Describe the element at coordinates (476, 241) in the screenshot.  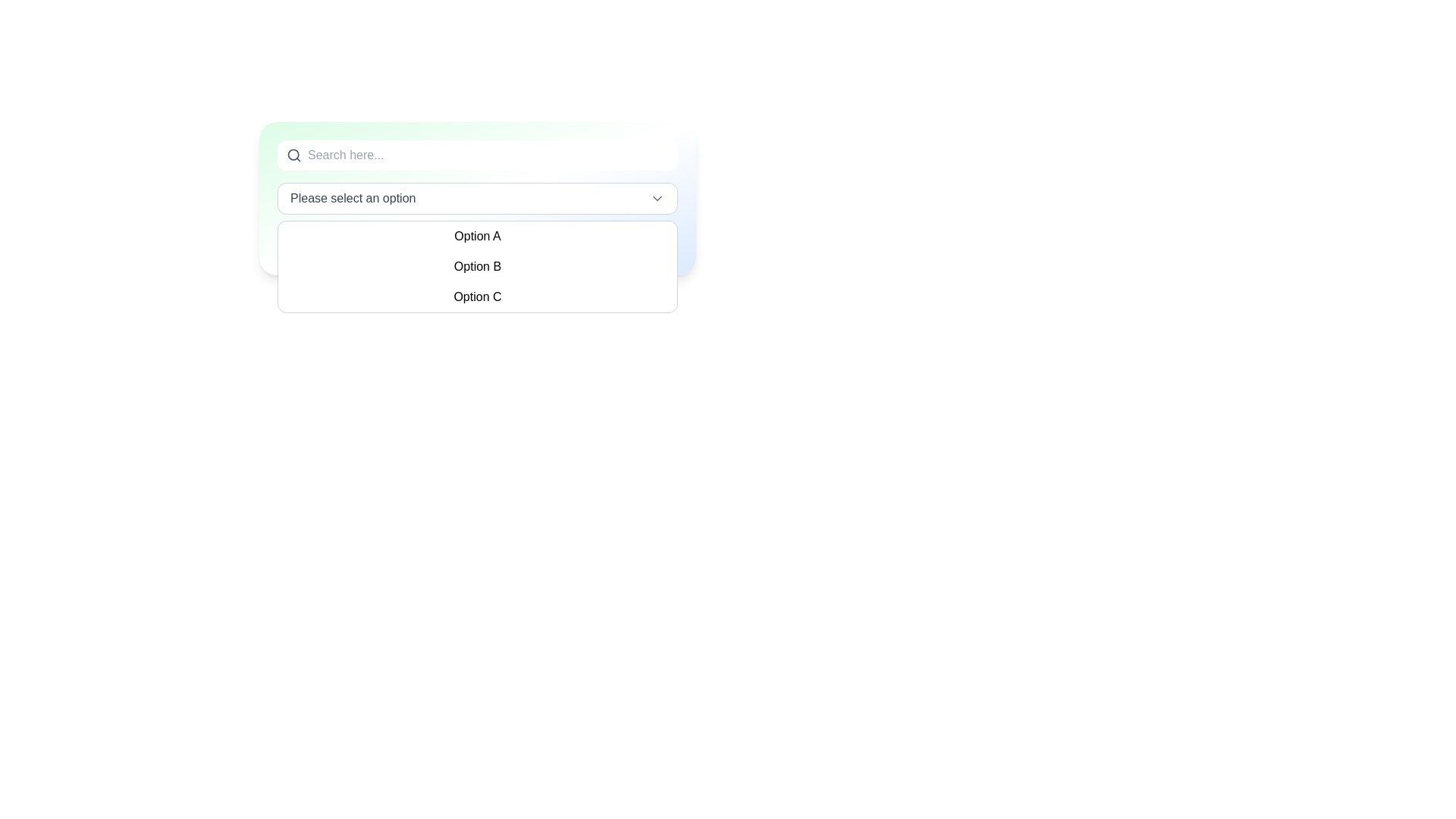
I see `the dropdown option labeled 'Option A' located within the dropdown list under 'Please select an option'` at that location.